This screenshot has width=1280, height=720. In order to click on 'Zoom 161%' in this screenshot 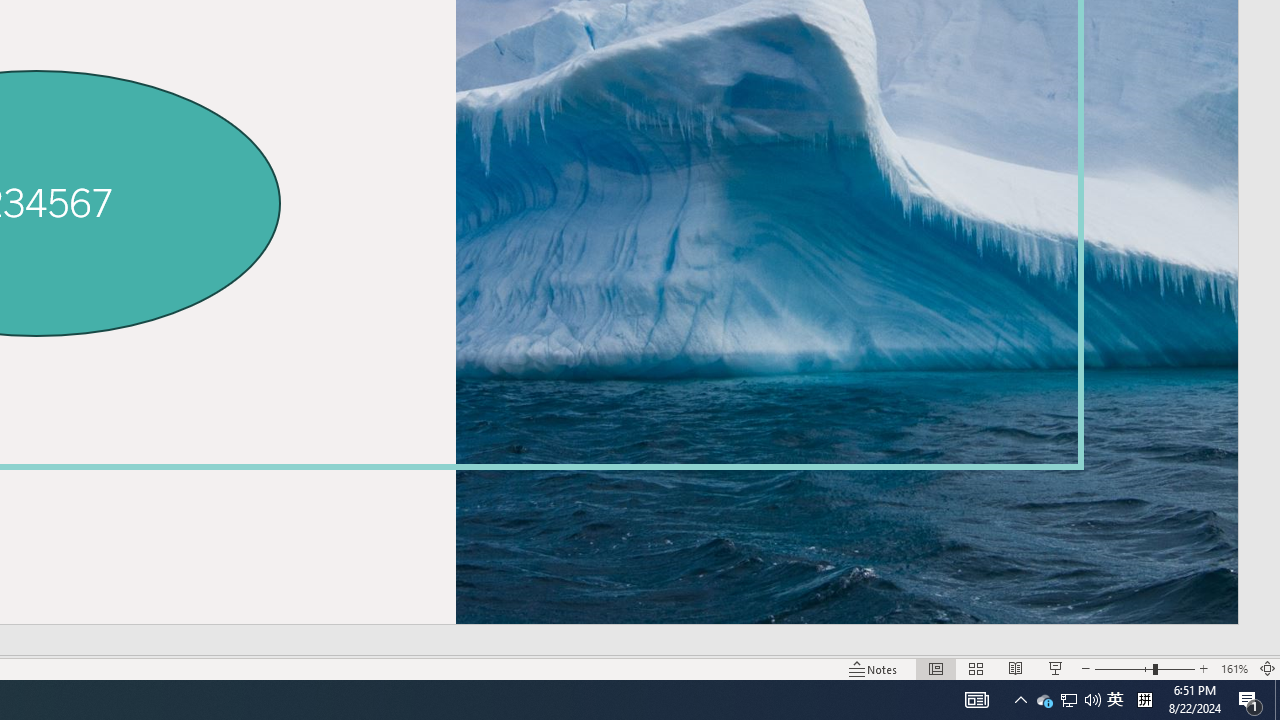, I will do `click(1233, 669)`.